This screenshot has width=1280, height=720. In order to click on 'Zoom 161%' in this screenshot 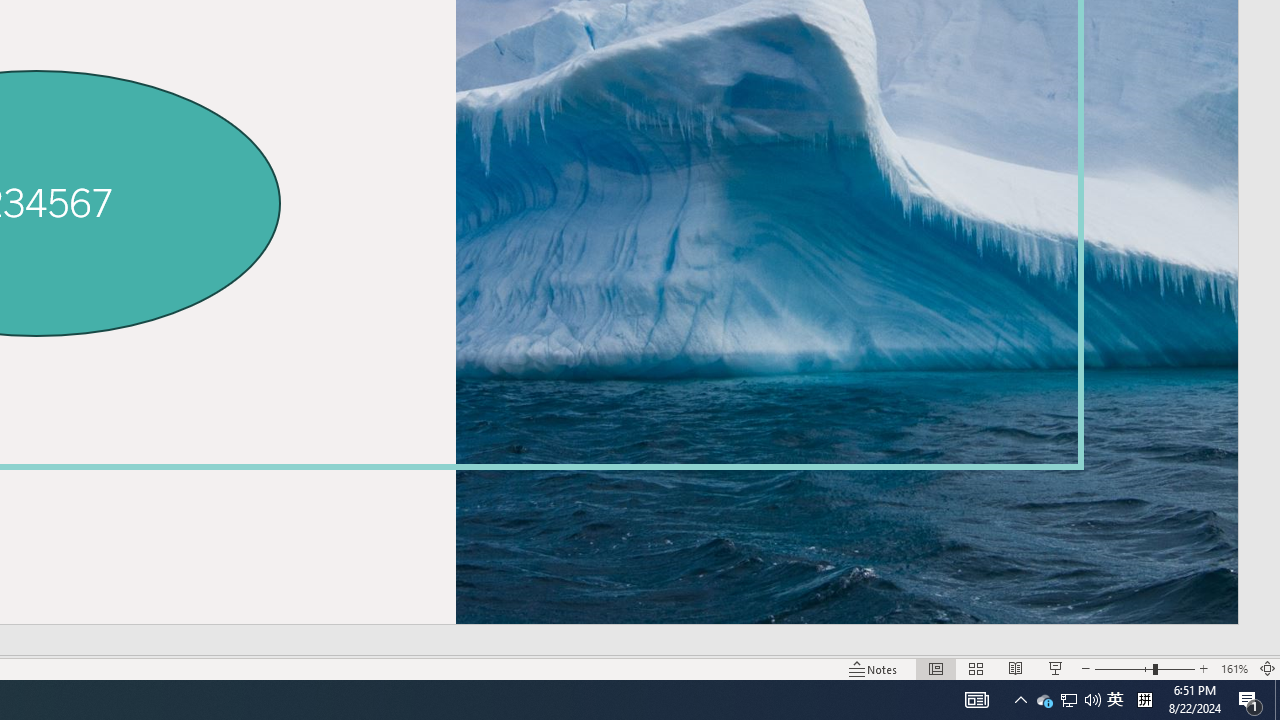, I will do `click(1233, 669)`.